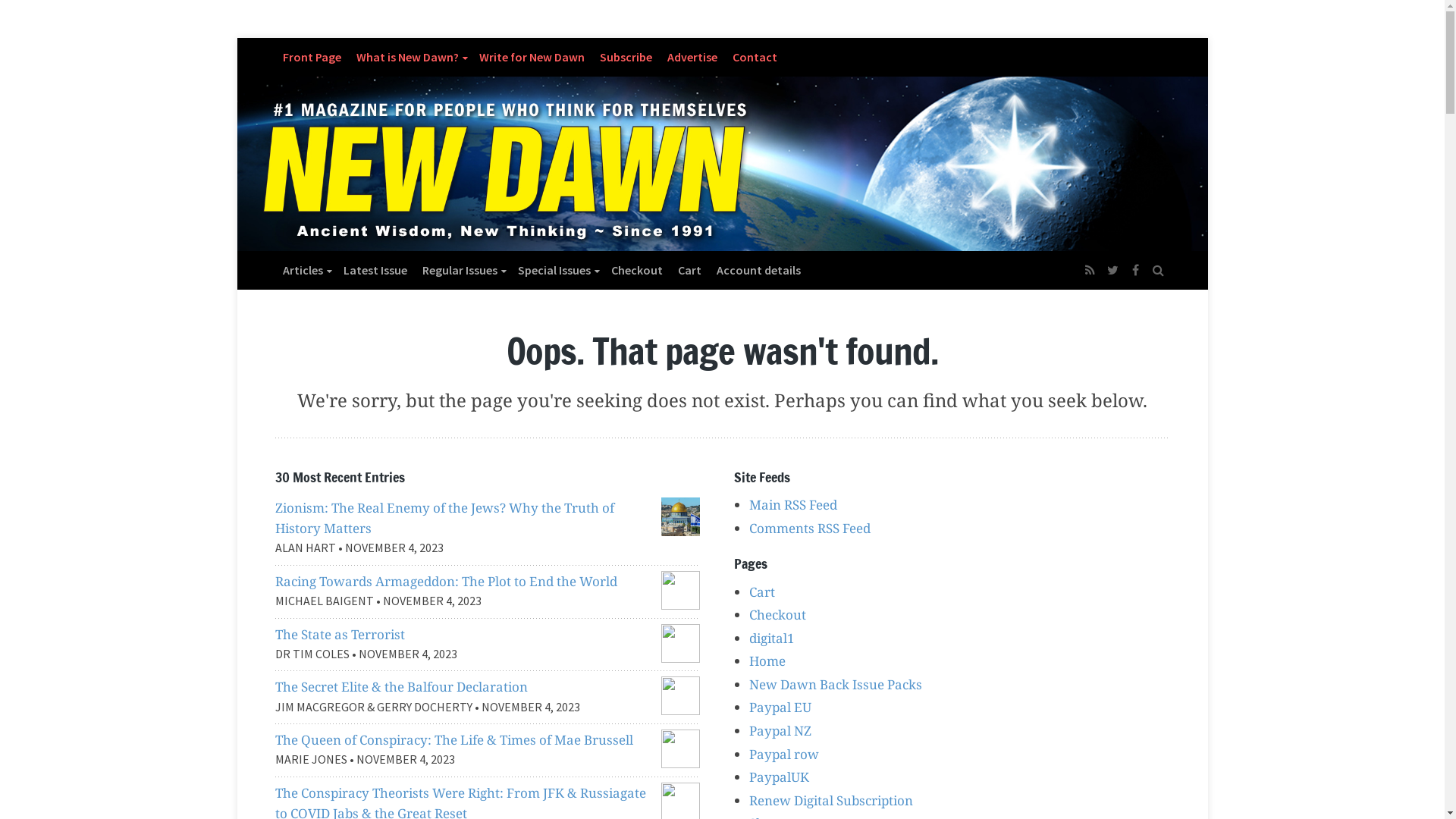 Image resolution: width=1456 pixels, height=819 pixels. What do you see at coordinates (1088, 268) in the screenshot?
I see `'RSS Feed'` at bounding box center [1088, 268].